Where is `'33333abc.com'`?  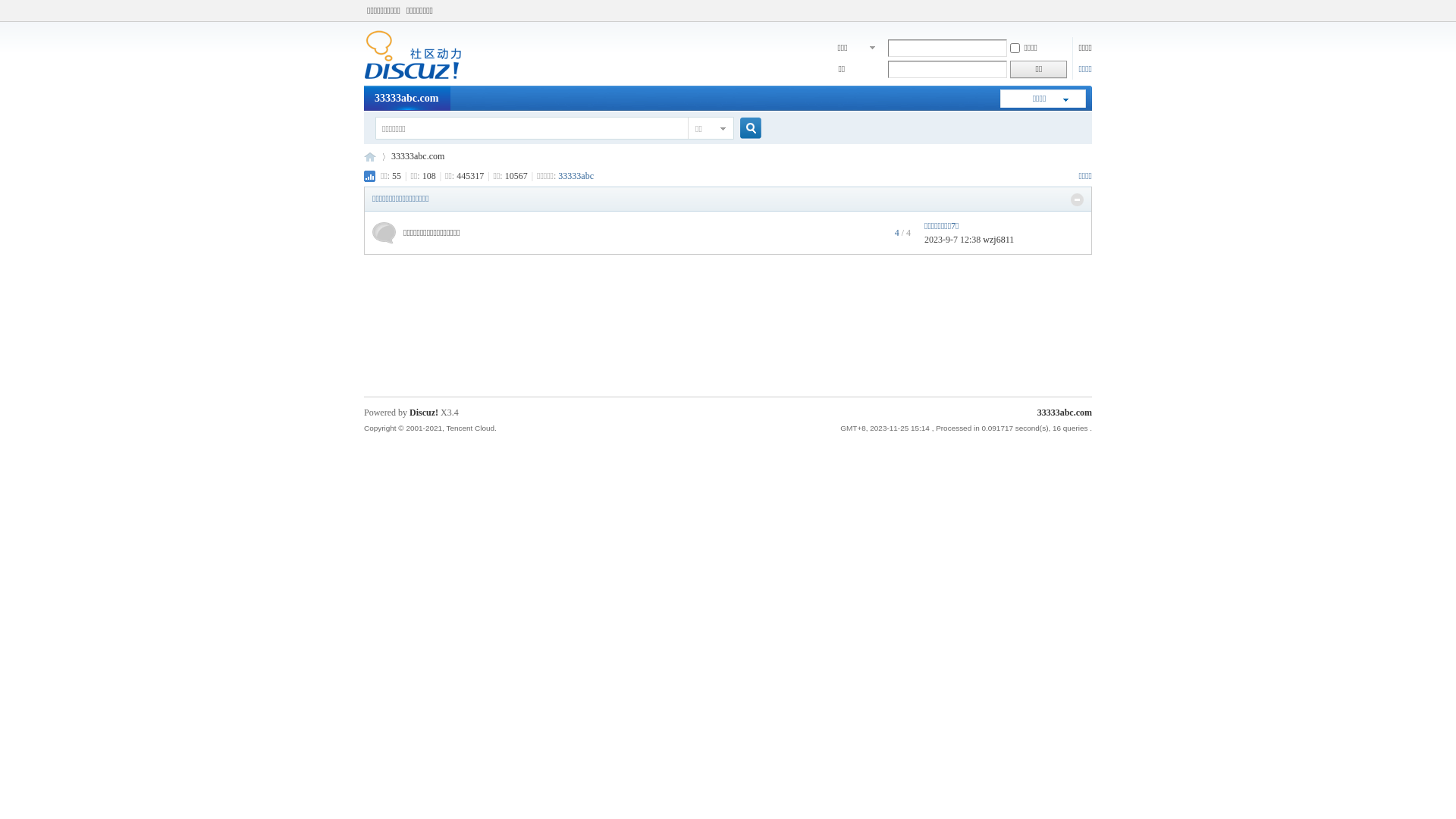 '33333abc.com' is located at coordinates (370, 156).